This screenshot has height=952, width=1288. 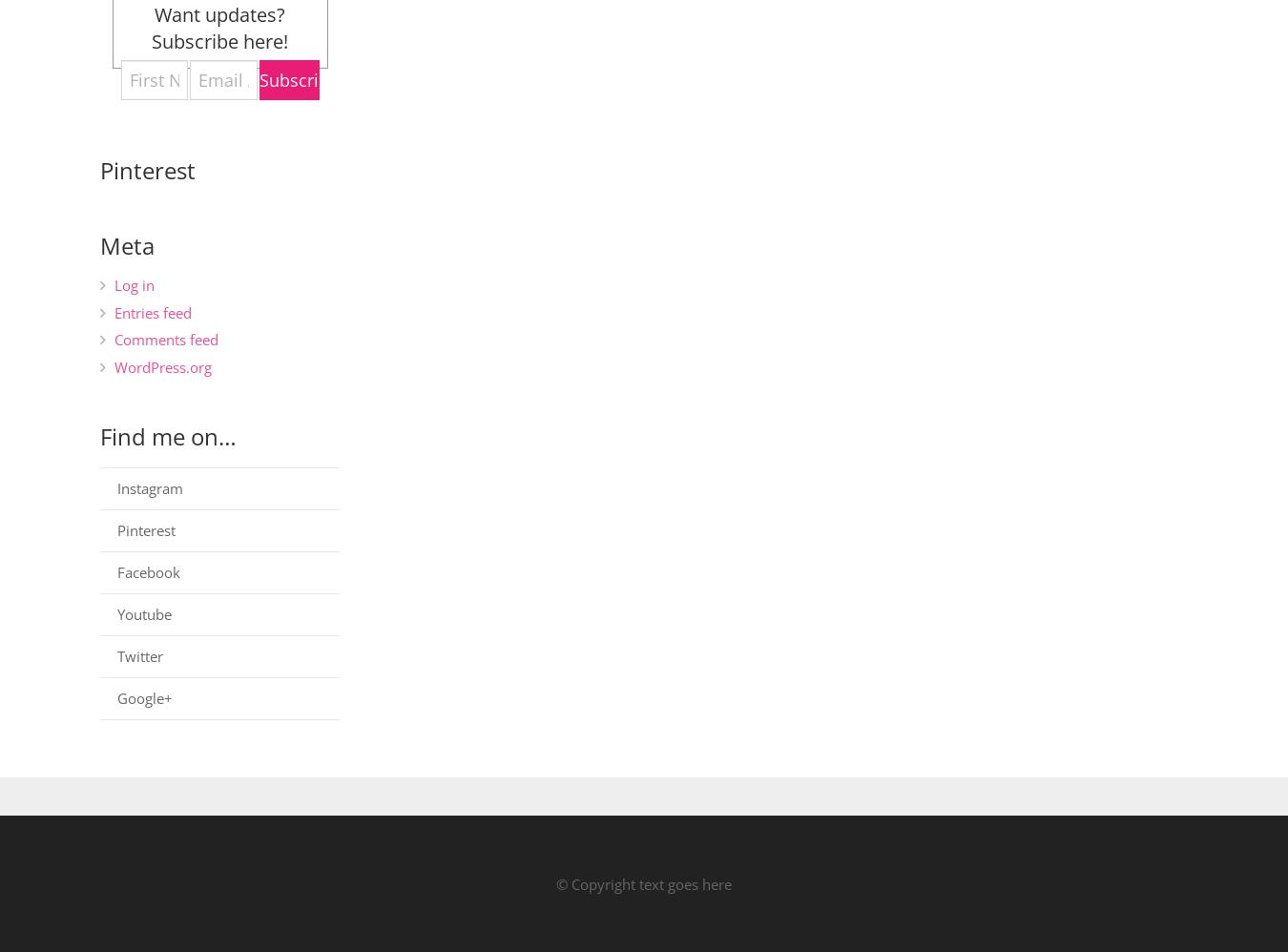 I want to click on 'Log in', so click(x=134, y=284).